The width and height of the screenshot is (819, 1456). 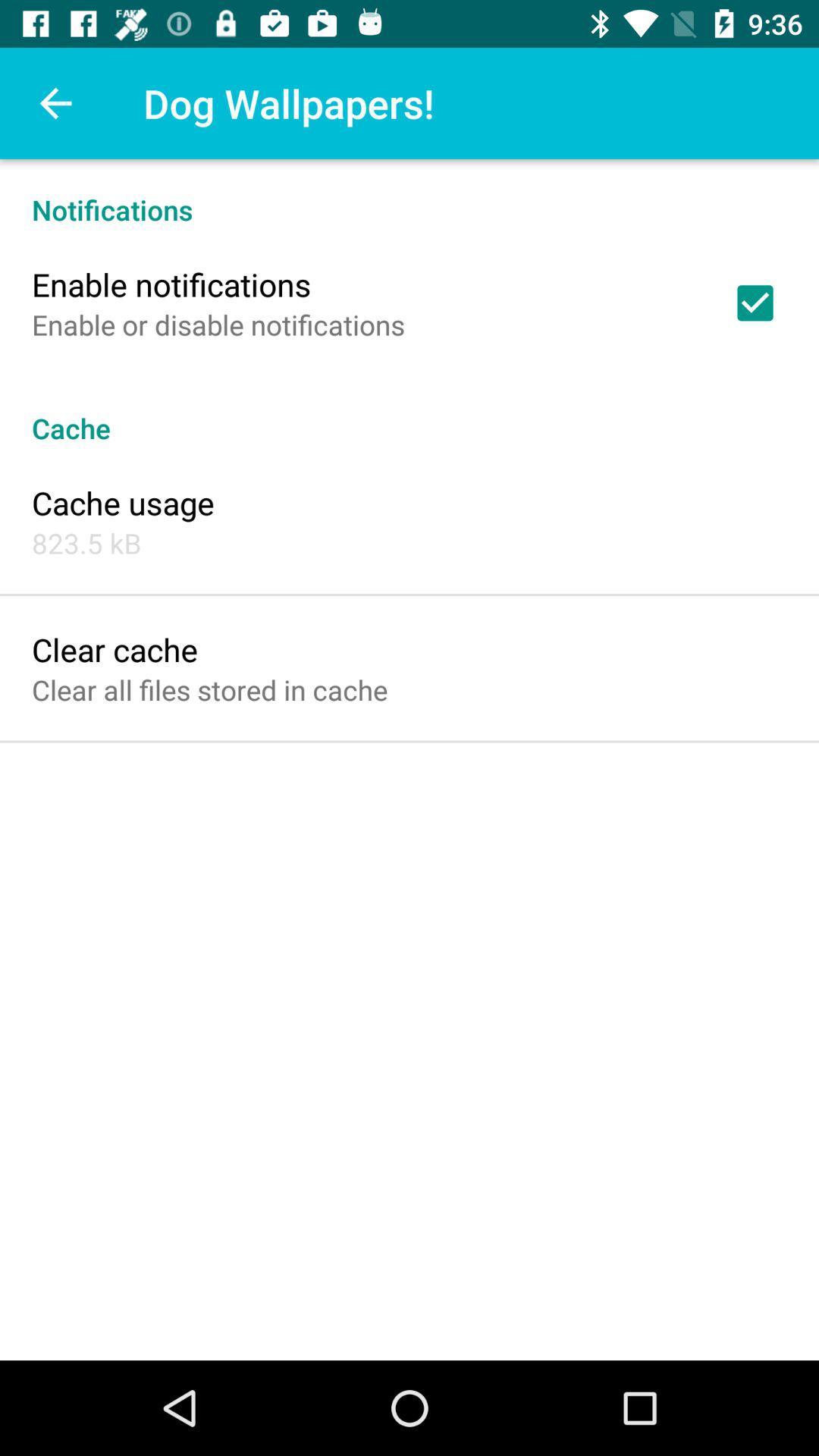 What do you see at coordinates (755, 303) in the screenshot?
I see `icon above the cache icon` at bounding box center [755, 303].